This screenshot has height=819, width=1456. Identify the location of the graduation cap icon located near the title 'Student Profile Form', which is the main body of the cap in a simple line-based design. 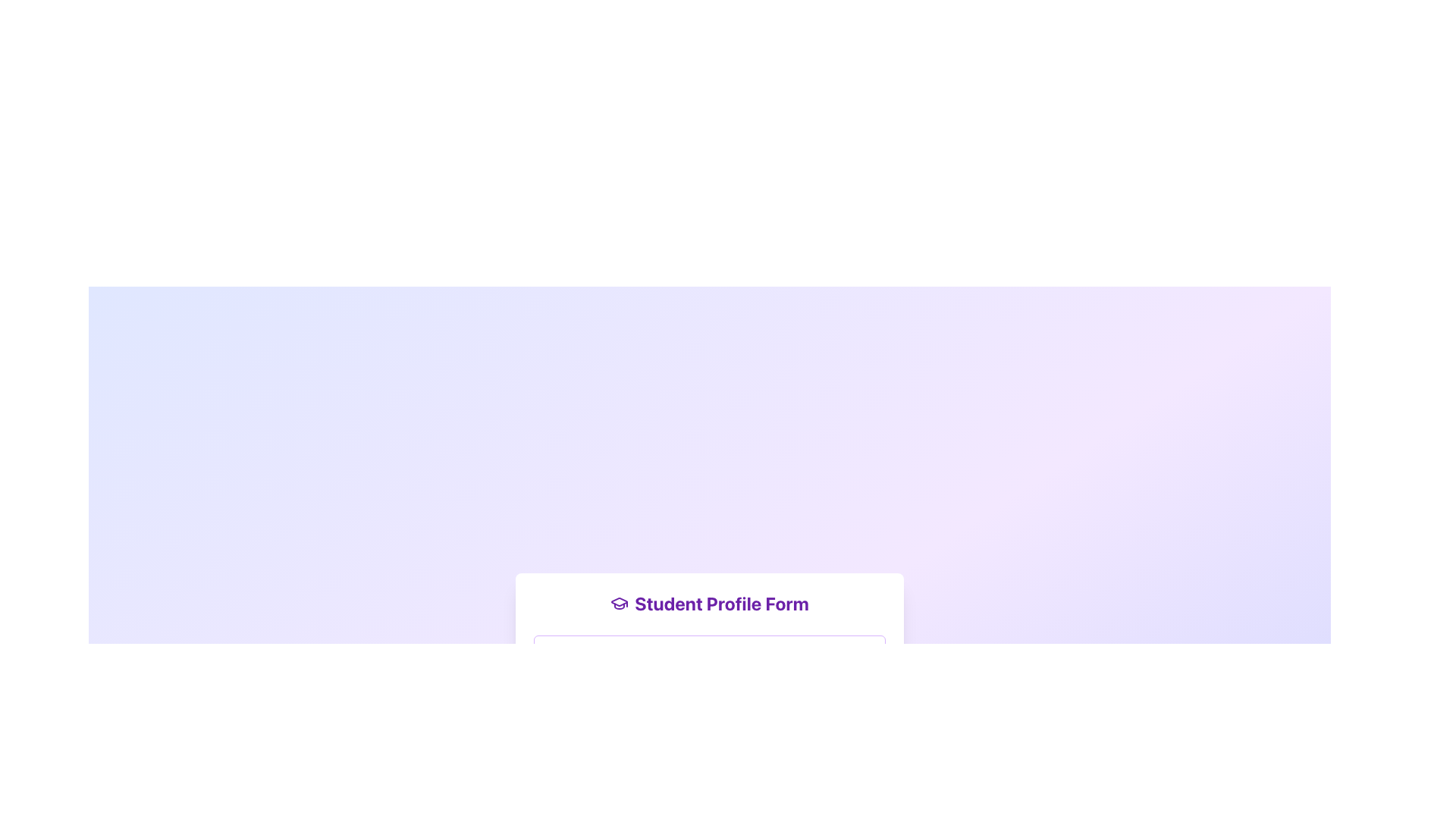
(620, 601).